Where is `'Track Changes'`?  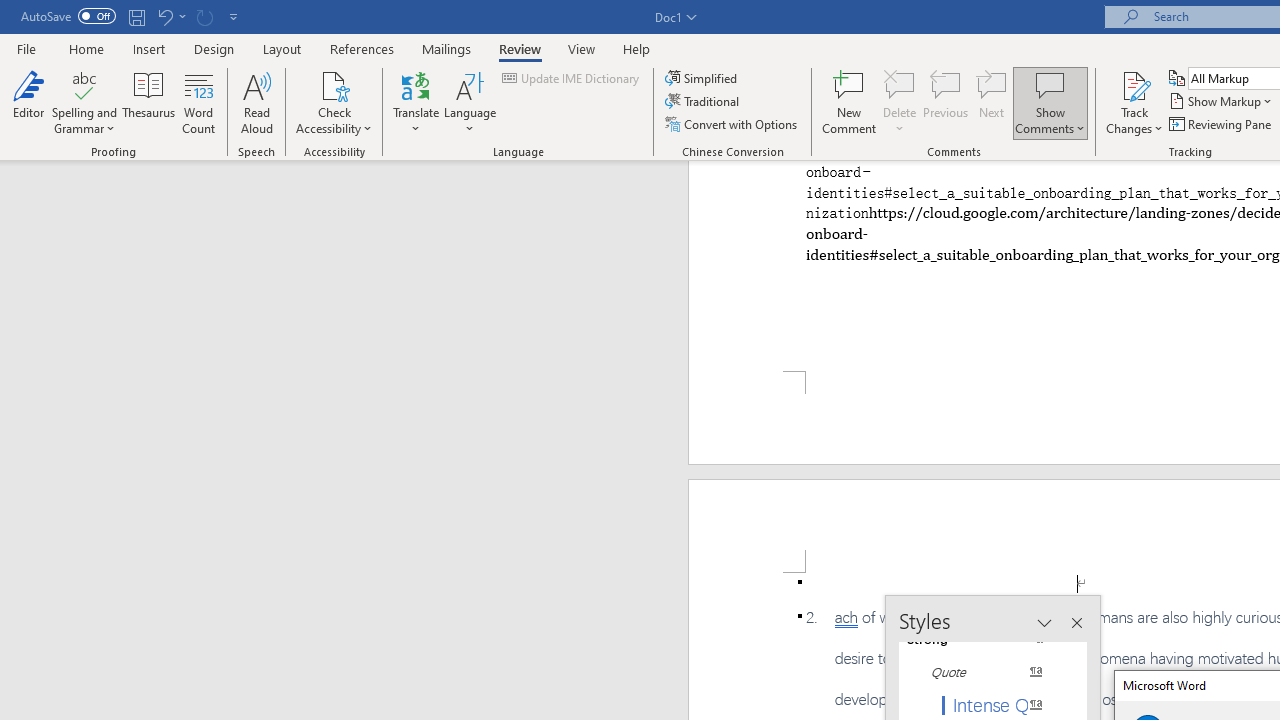
'Track Changes' is located at coordinates (1134, 103).